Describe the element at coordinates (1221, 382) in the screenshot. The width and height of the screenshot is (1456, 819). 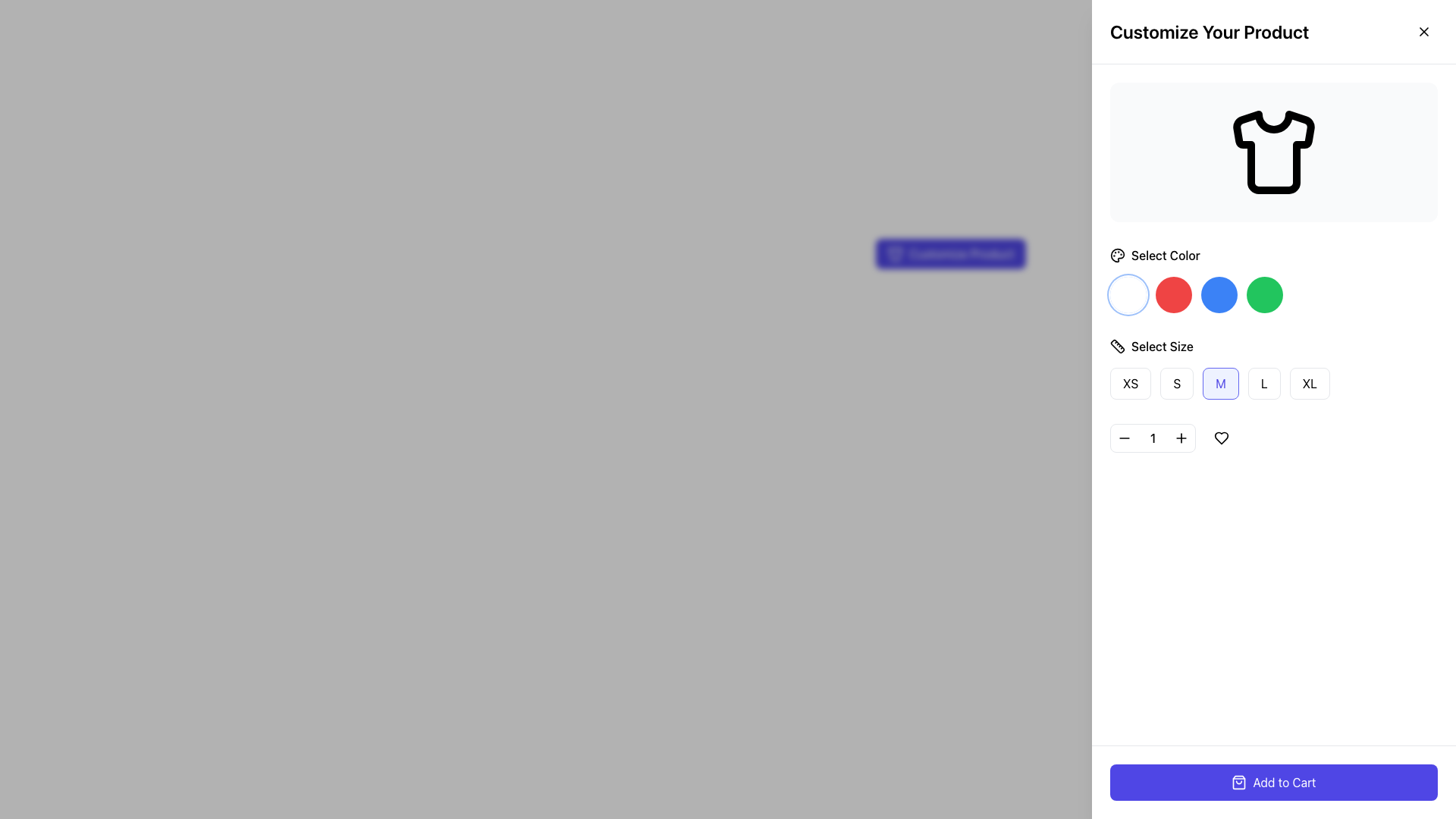
I see `the 'M' button with a light indigo background` at that location.